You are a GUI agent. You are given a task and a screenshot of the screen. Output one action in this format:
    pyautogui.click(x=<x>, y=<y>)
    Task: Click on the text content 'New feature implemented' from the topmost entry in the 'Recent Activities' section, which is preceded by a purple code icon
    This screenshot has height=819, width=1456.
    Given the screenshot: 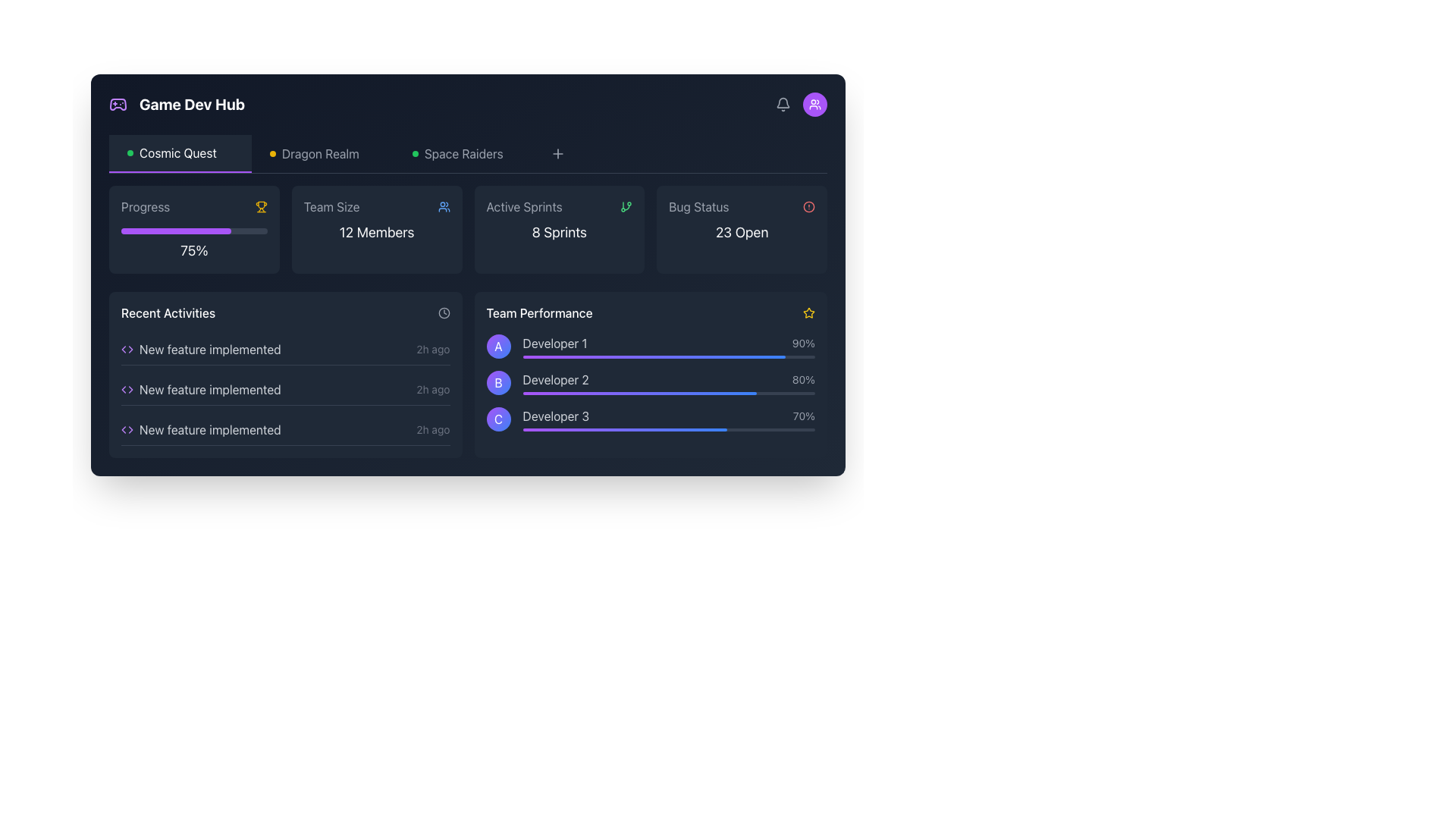 What is the action you would take?
    pyautogui.click(x=200, y=350)
    